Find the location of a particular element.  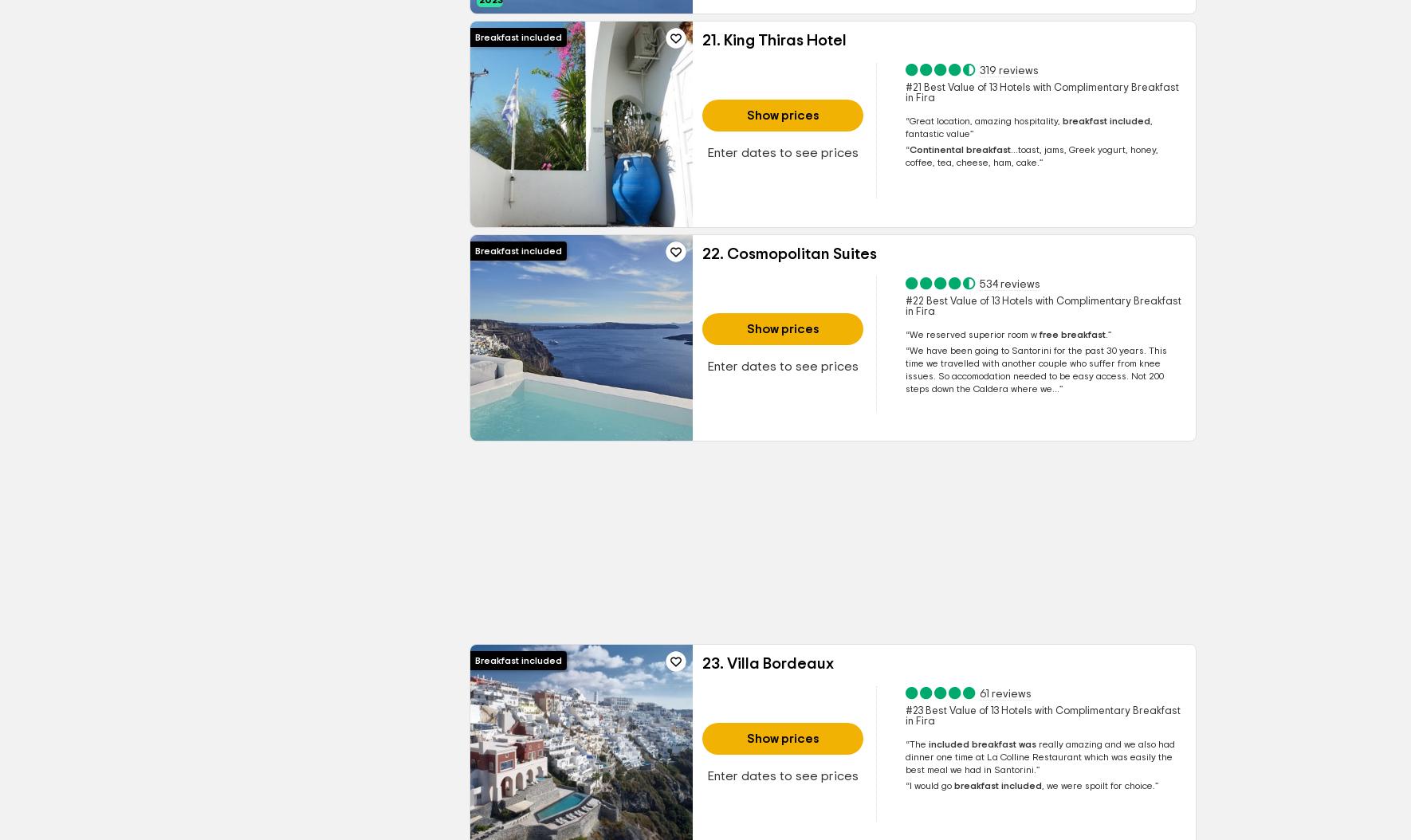

'#21 Best Value of 13 Hotels with Complimentary Breakfast in Fira' is located at coordinates (1040, 92).